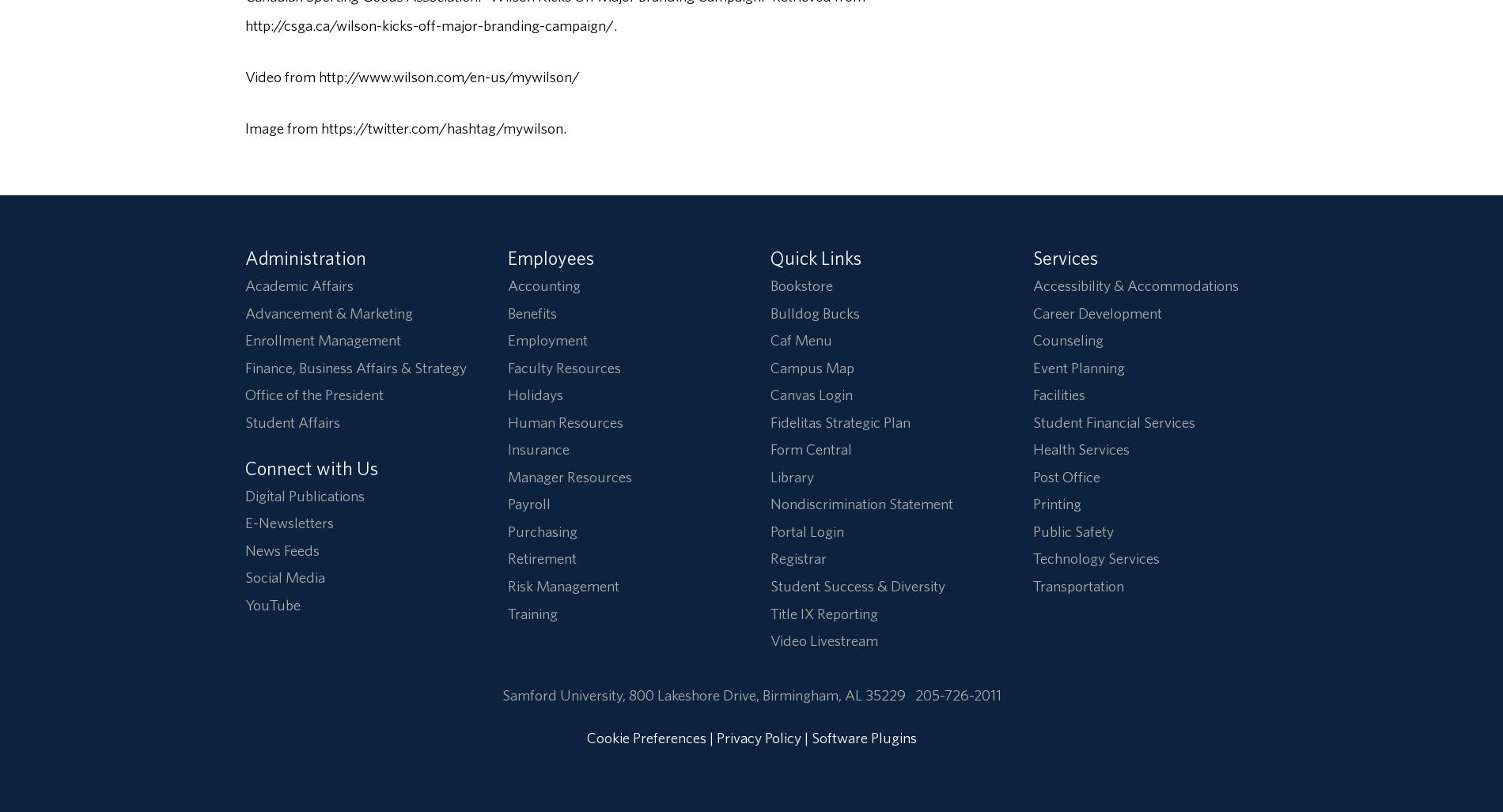 This screenshot has height=812, width=1503. Describe the element at coordinates (770, 476) in the screenshot. I see `'Library'` at that location.